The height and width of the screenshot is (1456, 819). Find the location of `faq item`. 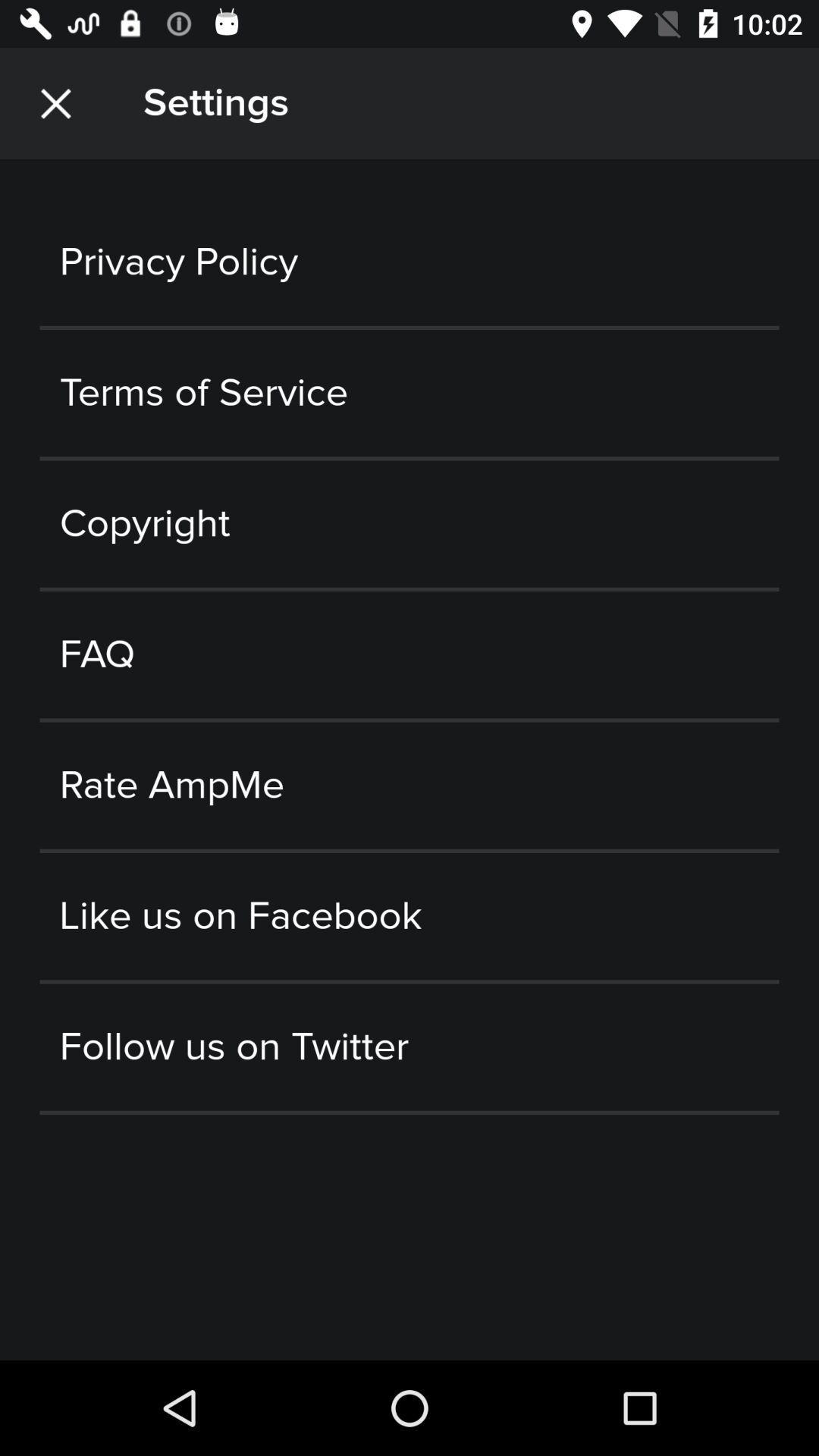

faq item is located at coordinates (409, 654).